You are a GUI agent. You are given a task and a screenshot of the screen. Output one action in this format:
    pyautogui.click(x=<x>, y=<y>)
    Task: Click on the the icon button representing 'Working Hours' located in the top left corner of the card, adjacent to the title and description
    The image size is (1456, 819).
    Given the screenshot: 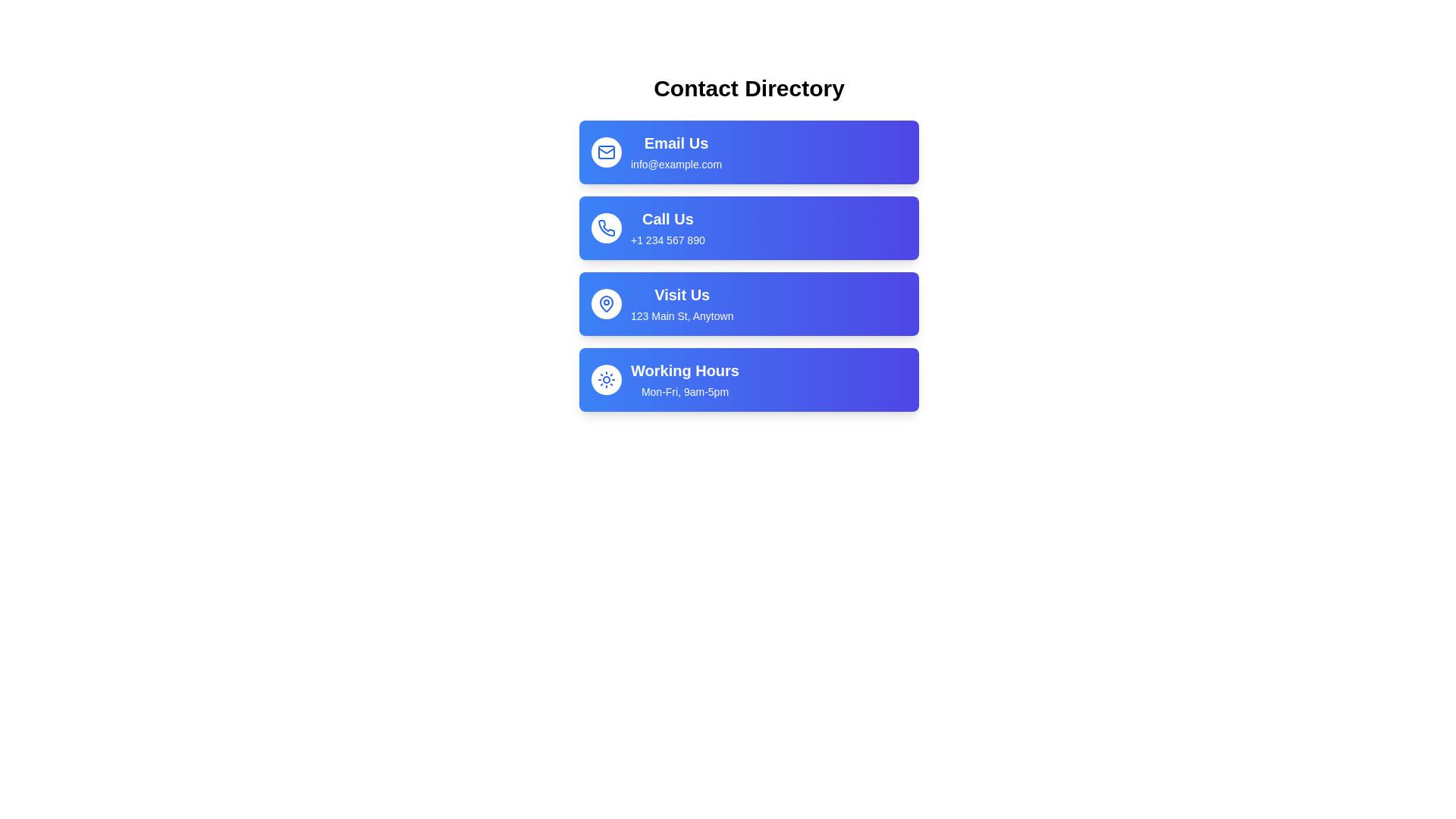 What is the action you would take?
    pyautogui.click(x=607, y=379)
    